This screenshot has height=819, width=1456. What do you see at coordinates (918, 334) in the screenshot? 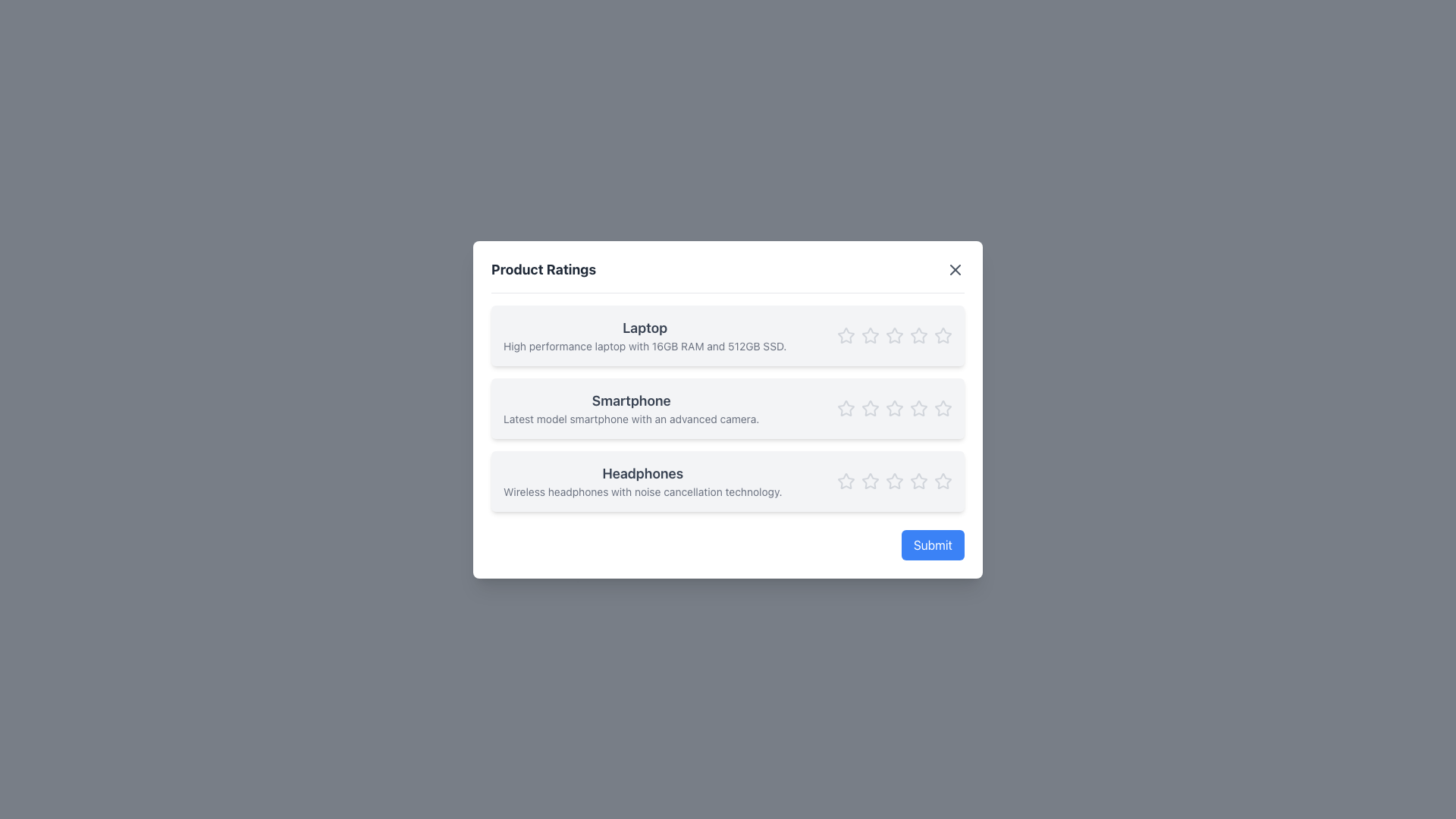
I see `the fifth star in the rating row for the 'Laptop' product category` at bounding box center [918, 334].